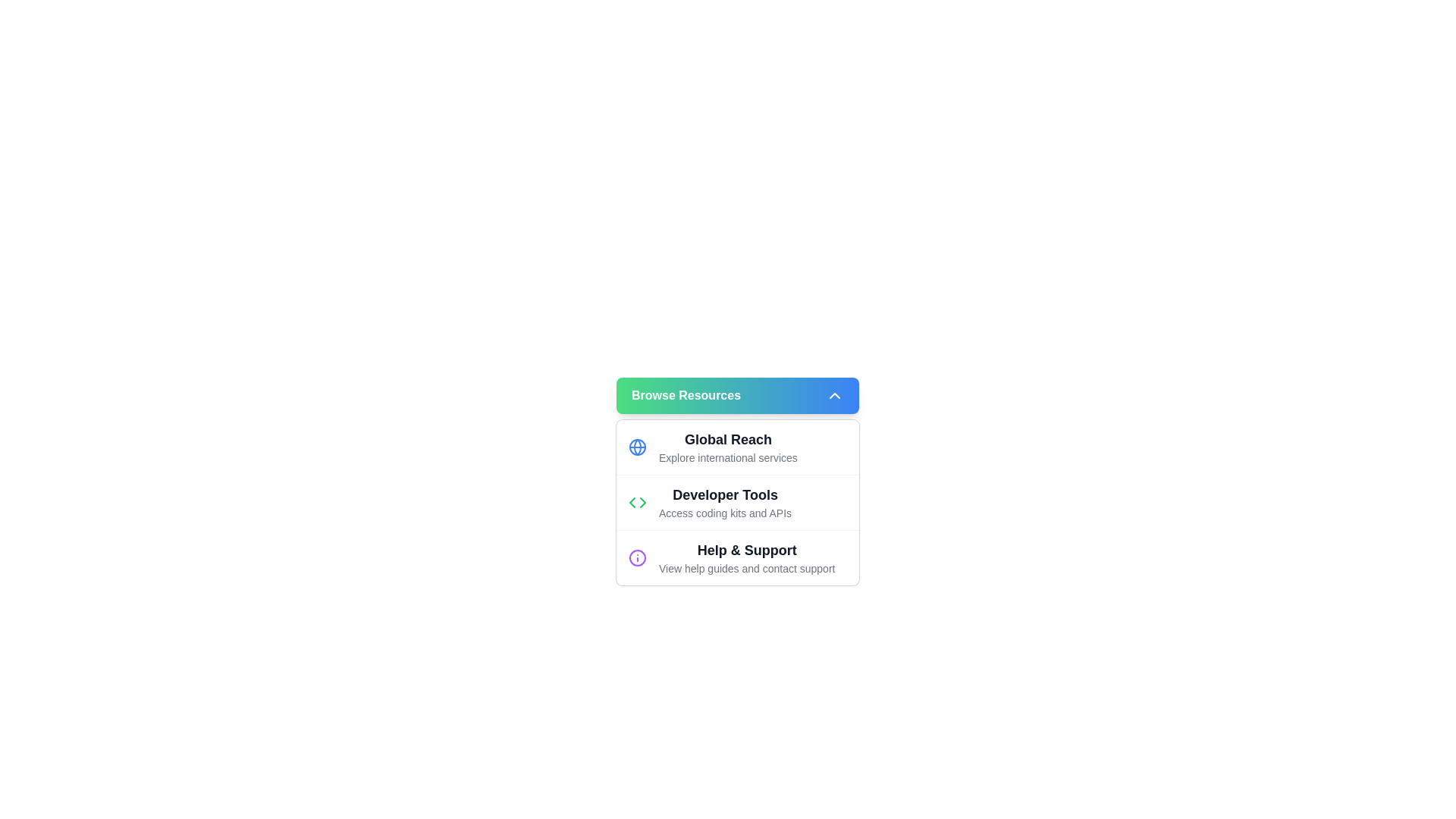 The image size is (1456, 819). Describe the element at coordinates (833, 394) in the screenshot. I see `the upward-pointing chevron icon with no fill and a stroke of 'currentColor' located on the rightmost side of the 'Browse Resources' button` at that location.